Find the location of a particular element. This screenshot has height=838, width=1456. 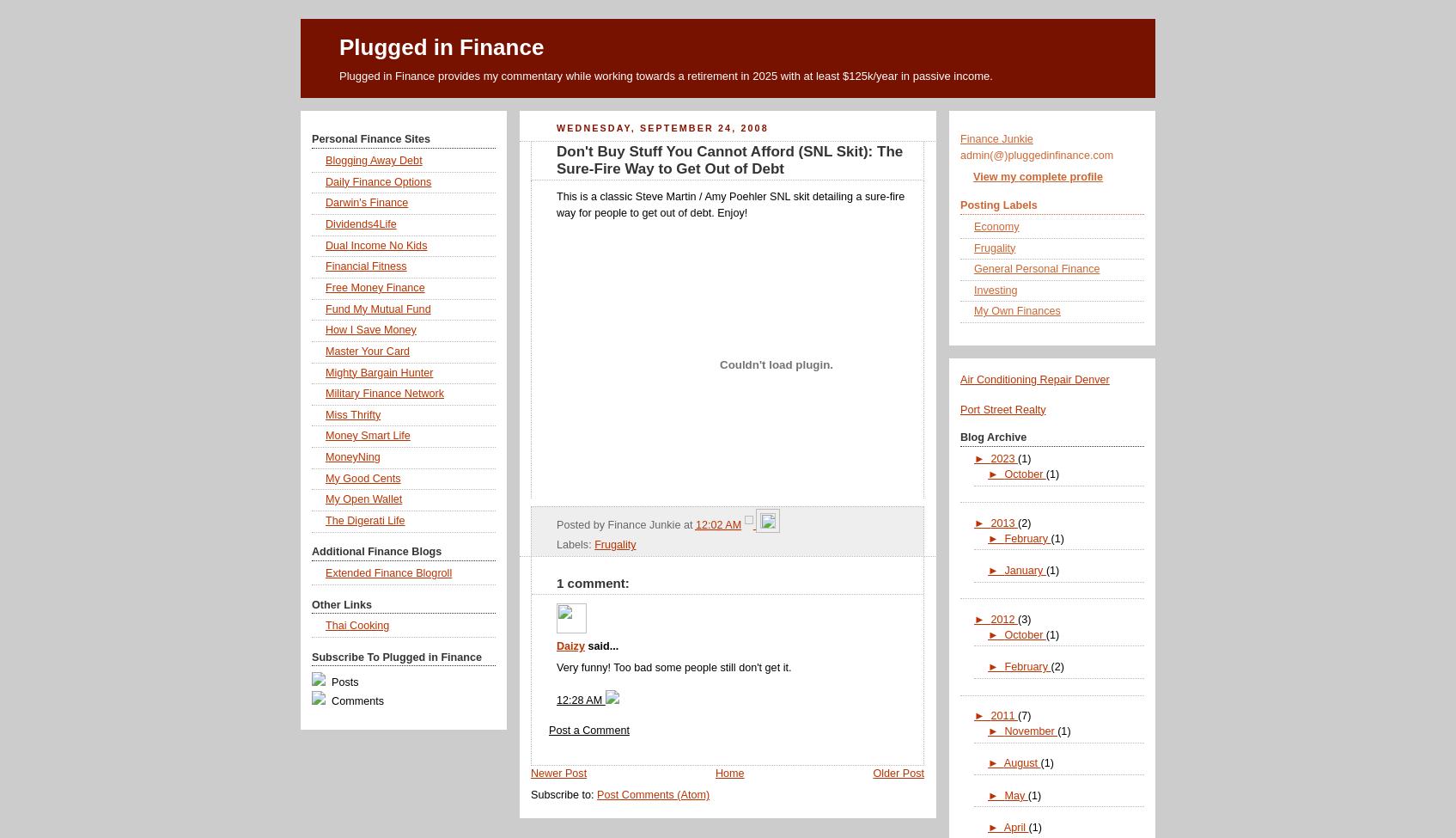

'Personal Finance Sites' is located at coordinates (371, 138).